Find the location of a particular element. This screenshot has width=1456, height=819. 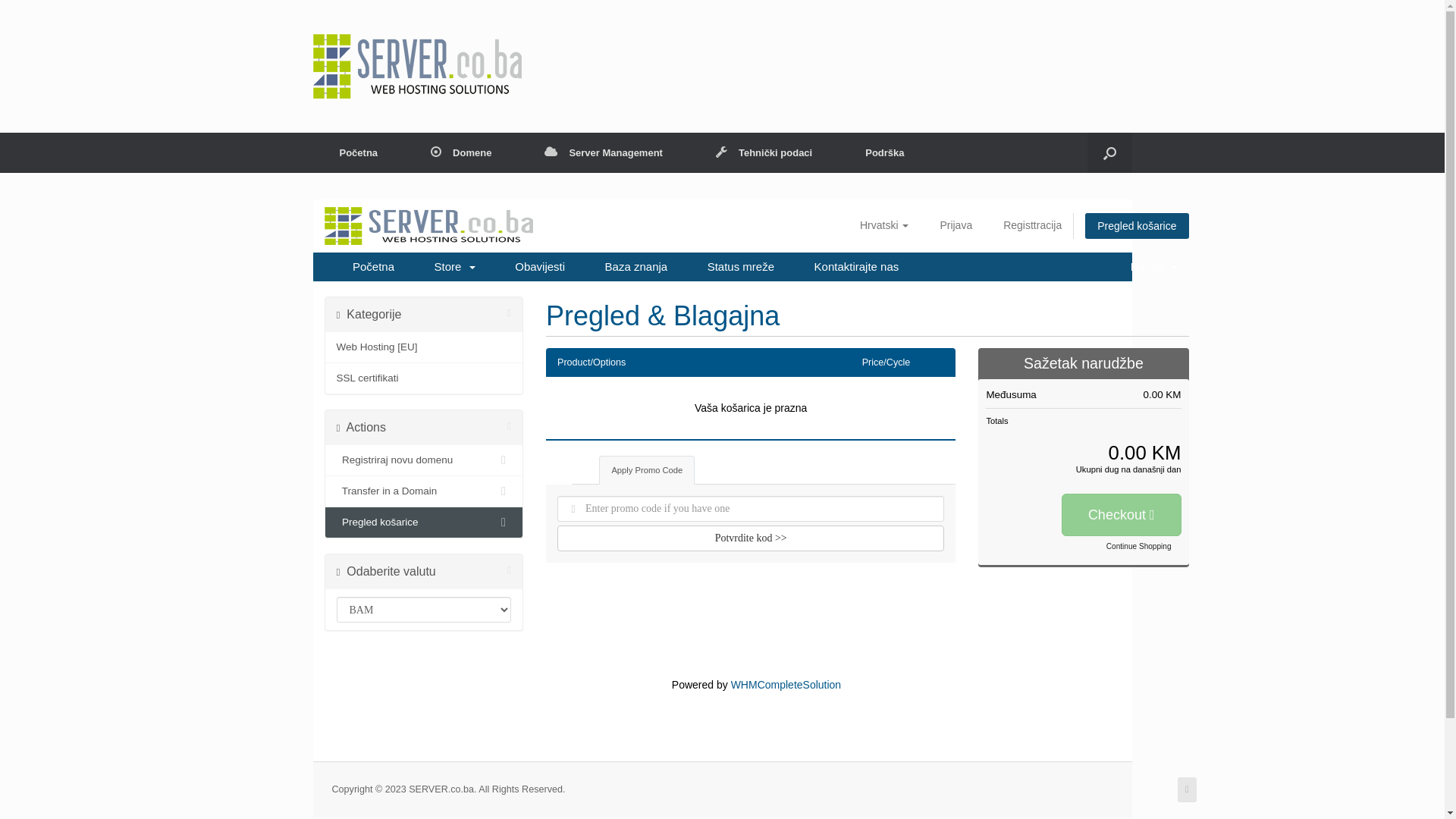

'WHMCompleteSolution' is located at coordinates (786, 684).